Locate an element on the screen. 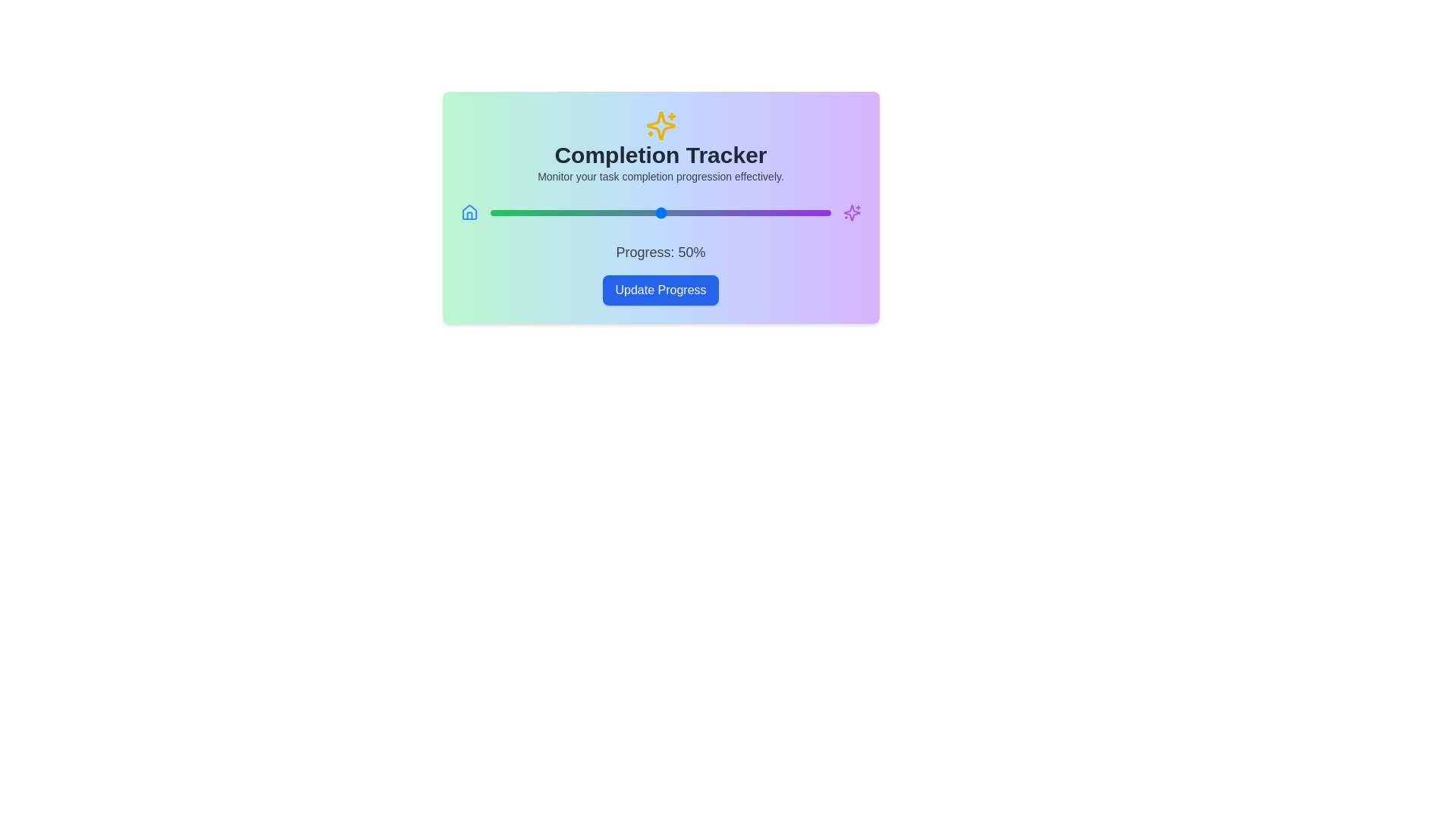 This screenshot has height=819, width=1456. the slider to set progress to 71% is located at coordinates (732, 213).